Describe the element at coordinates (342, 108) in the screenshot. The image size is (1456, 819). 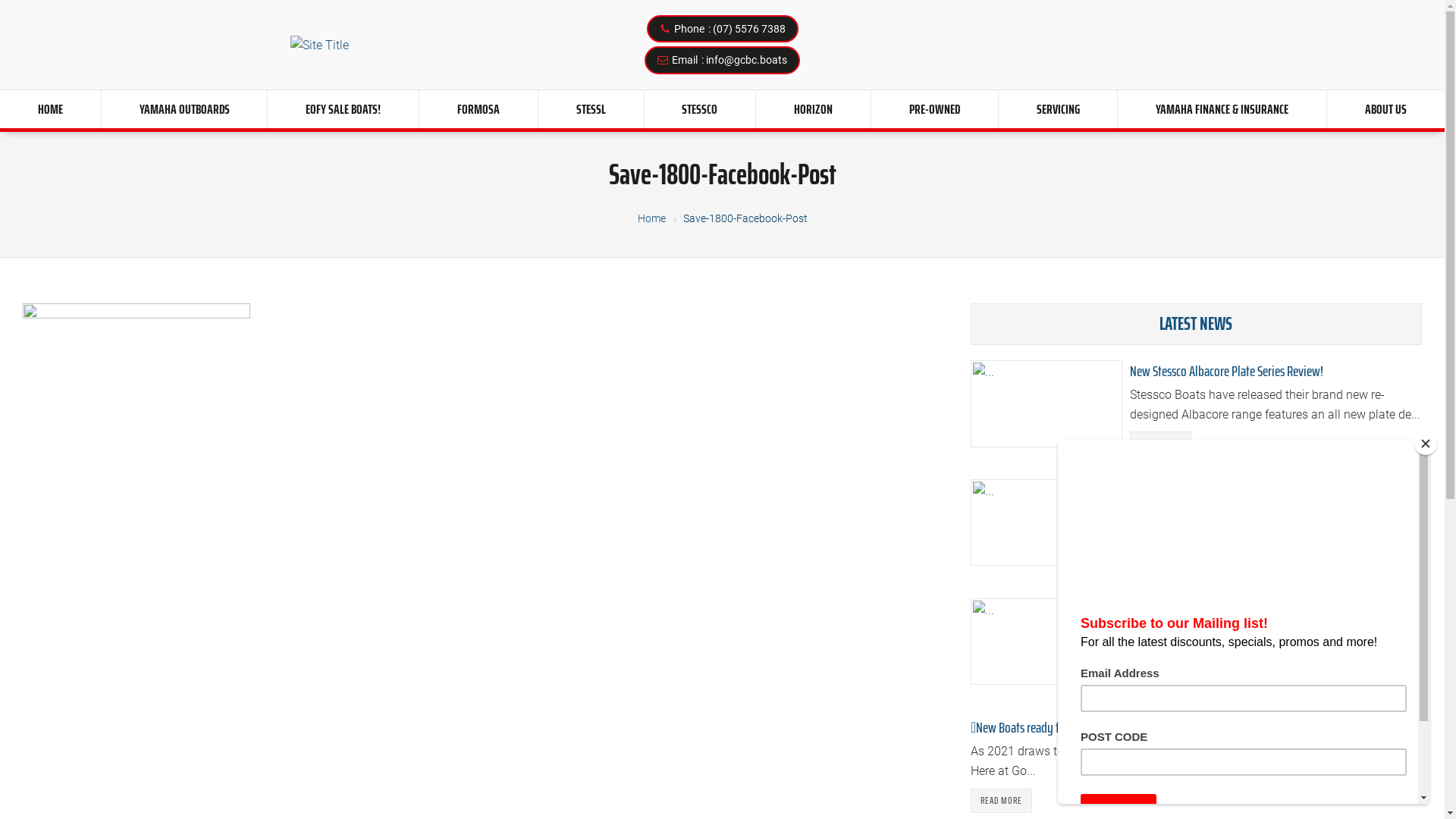
I see `'EOFY SALE BOATS!'` at that location.